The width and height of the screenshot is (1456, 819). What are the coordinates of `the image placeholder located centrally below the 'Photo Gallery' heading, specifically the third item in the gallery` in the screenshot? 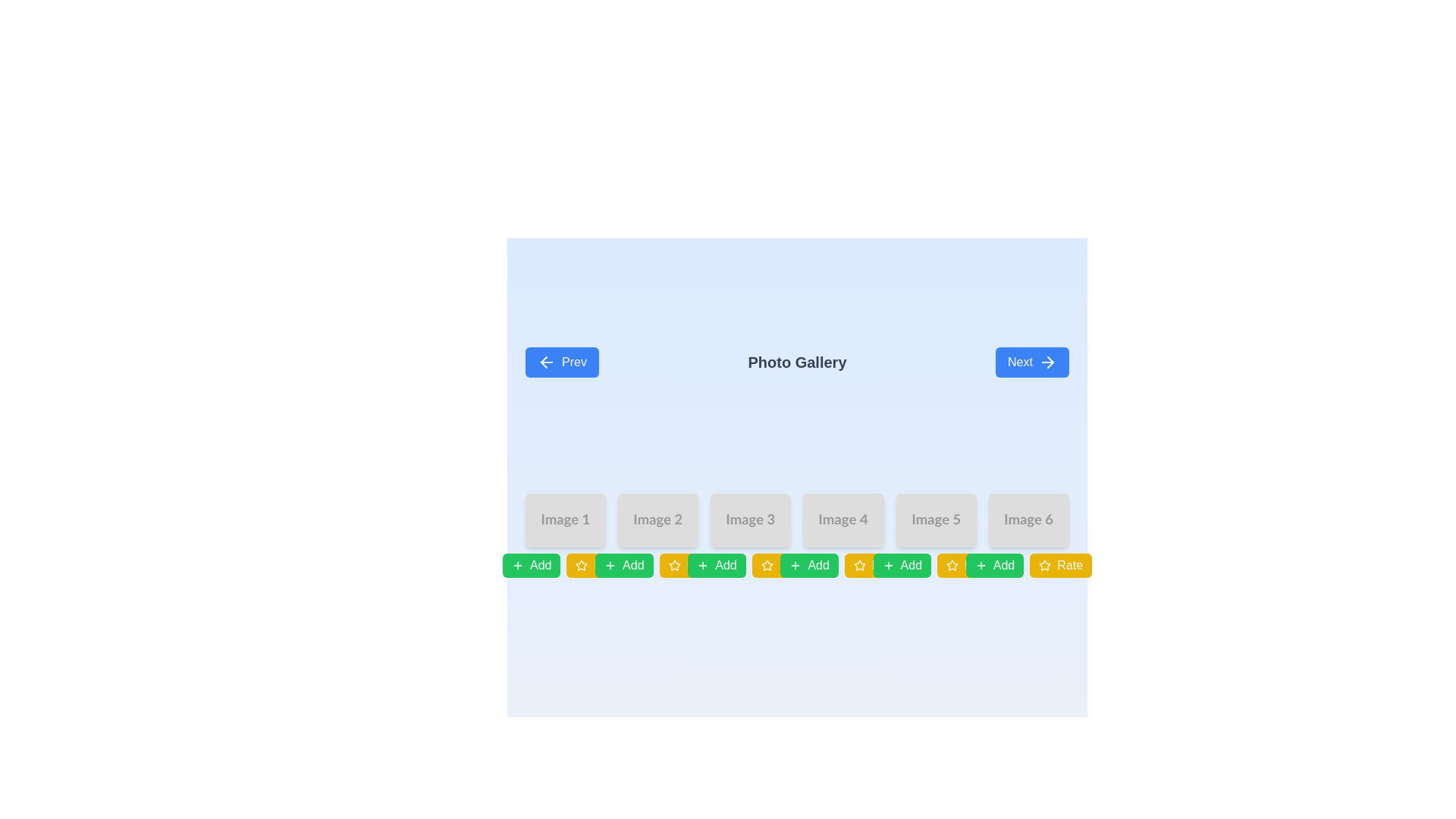 It's located at (751, 519).